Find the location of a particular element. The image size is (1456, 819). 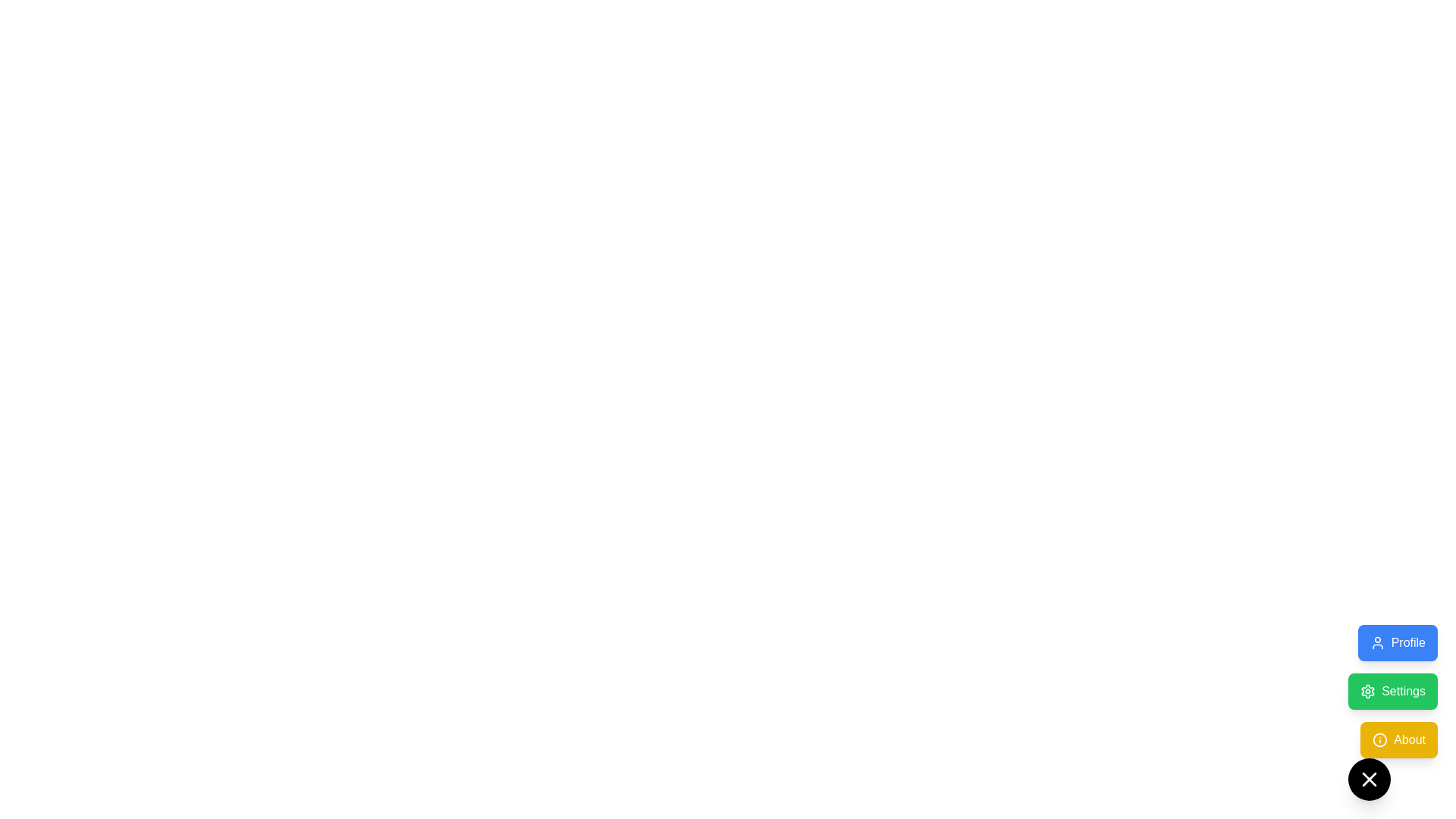

the settings button located in the bottom-right area of the interface, positioned between the blue 'Profile' button above and the yellow 'About' button below is located at coordinates (1393, 713).